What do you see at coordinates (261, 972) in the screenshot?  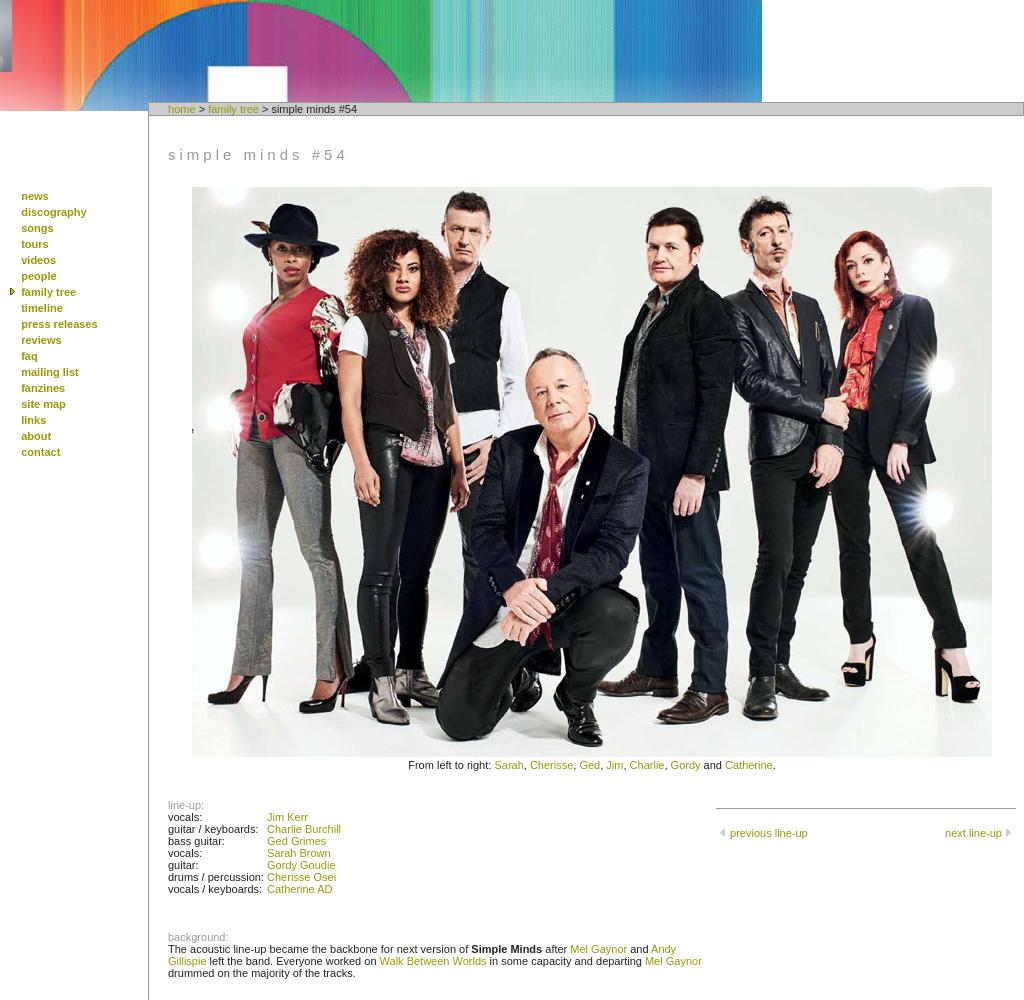 I see `'drummed on the majority of the tracks.'` at bounding box center [261, 972].